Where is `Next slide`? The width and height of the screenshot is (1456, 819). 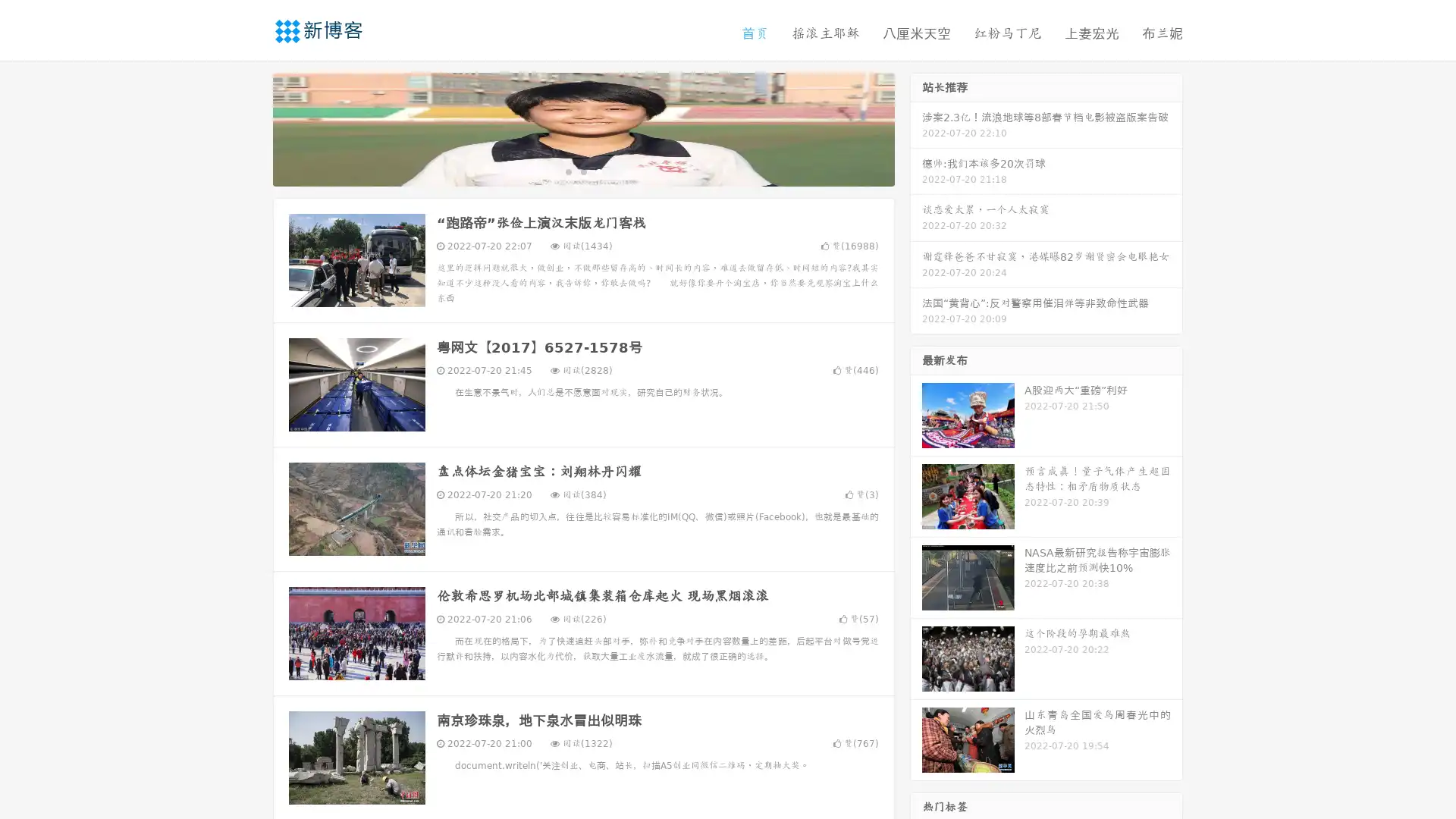 Next slide is located at coordinates (916, 127).